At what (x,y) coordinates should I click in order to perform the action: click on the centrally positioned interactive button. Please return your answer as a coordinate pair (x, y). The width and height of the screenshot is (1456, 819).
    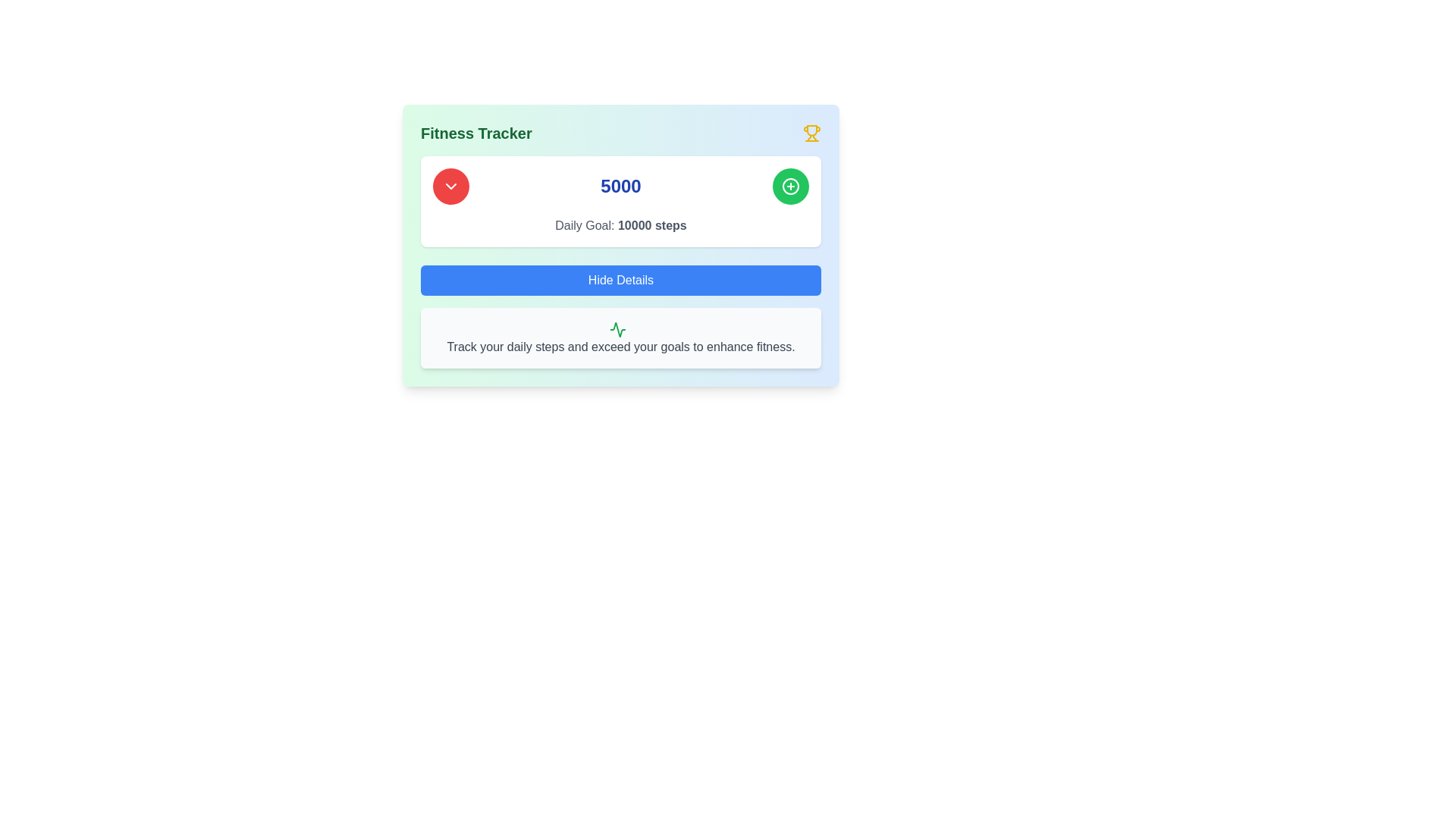
    Looking at the image, I should click on (621, 281).